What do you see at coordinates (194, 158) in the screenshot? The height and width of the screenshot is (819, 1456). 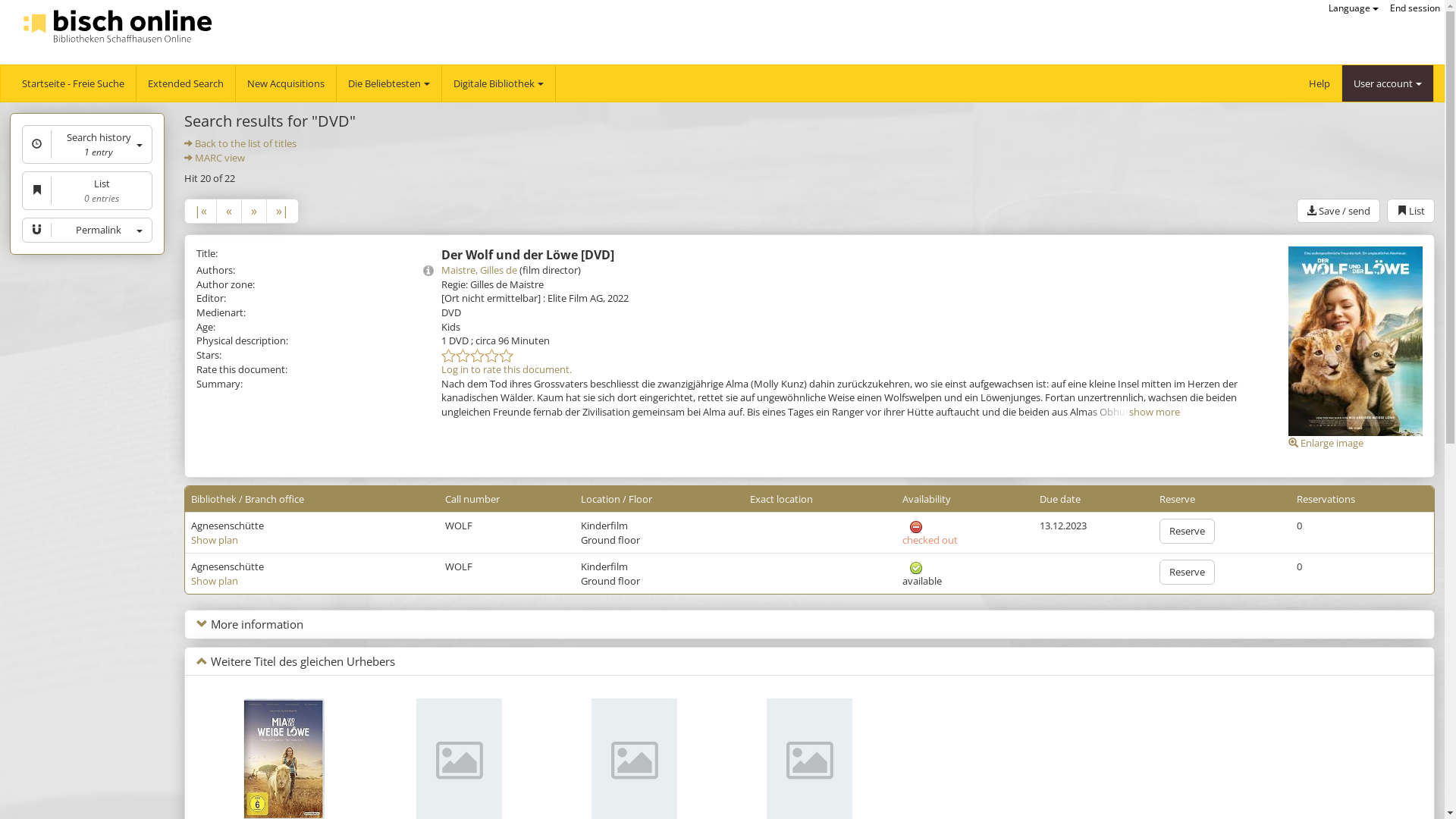 I see `'MARC view'` at bounding box center [194, 158].